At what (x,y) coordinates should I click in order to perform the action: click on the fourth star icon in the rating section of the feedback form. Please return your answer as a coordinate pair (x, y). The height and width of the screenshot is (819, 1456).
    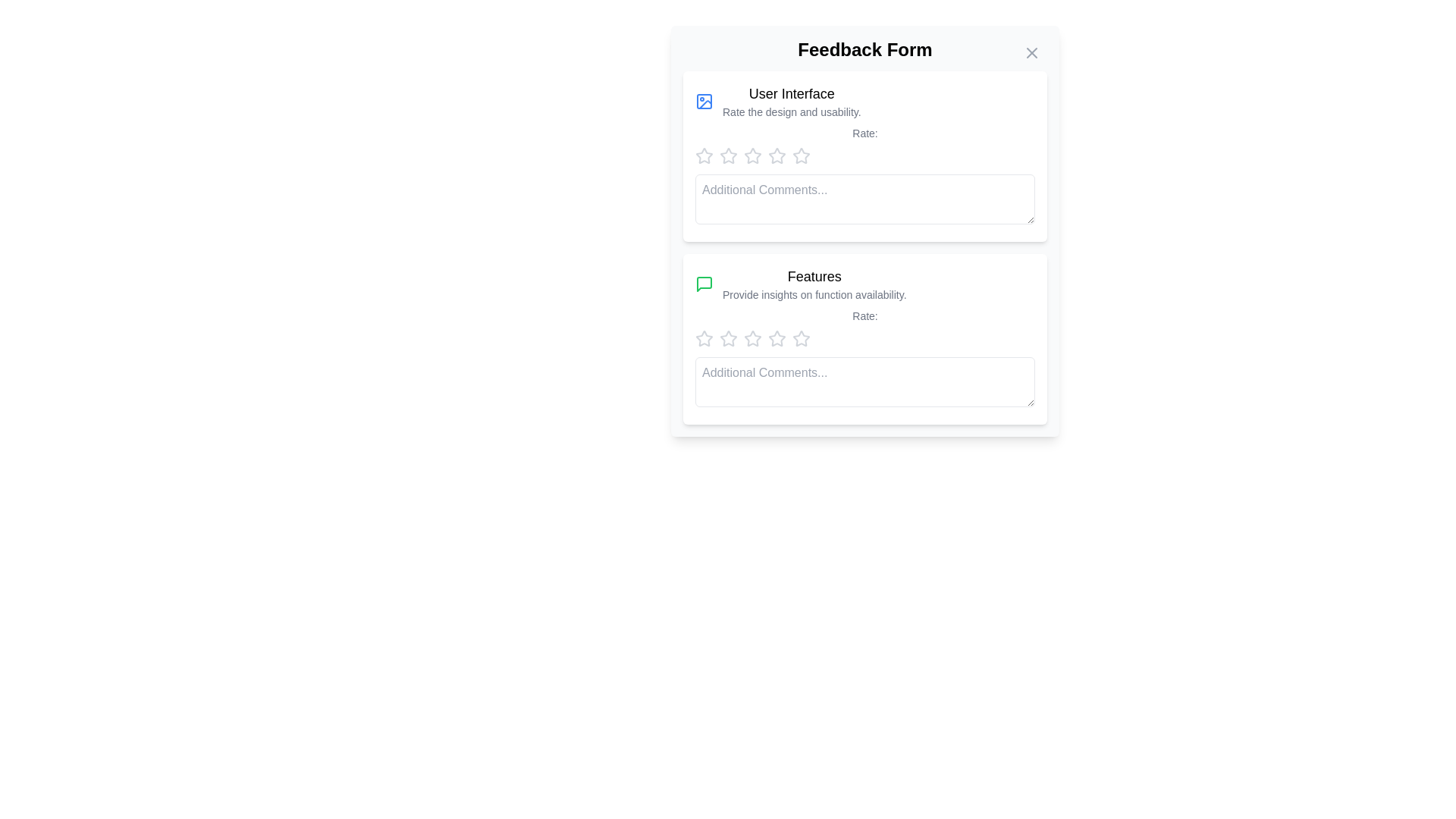
    Looking at the image, I should click on (800, 155).